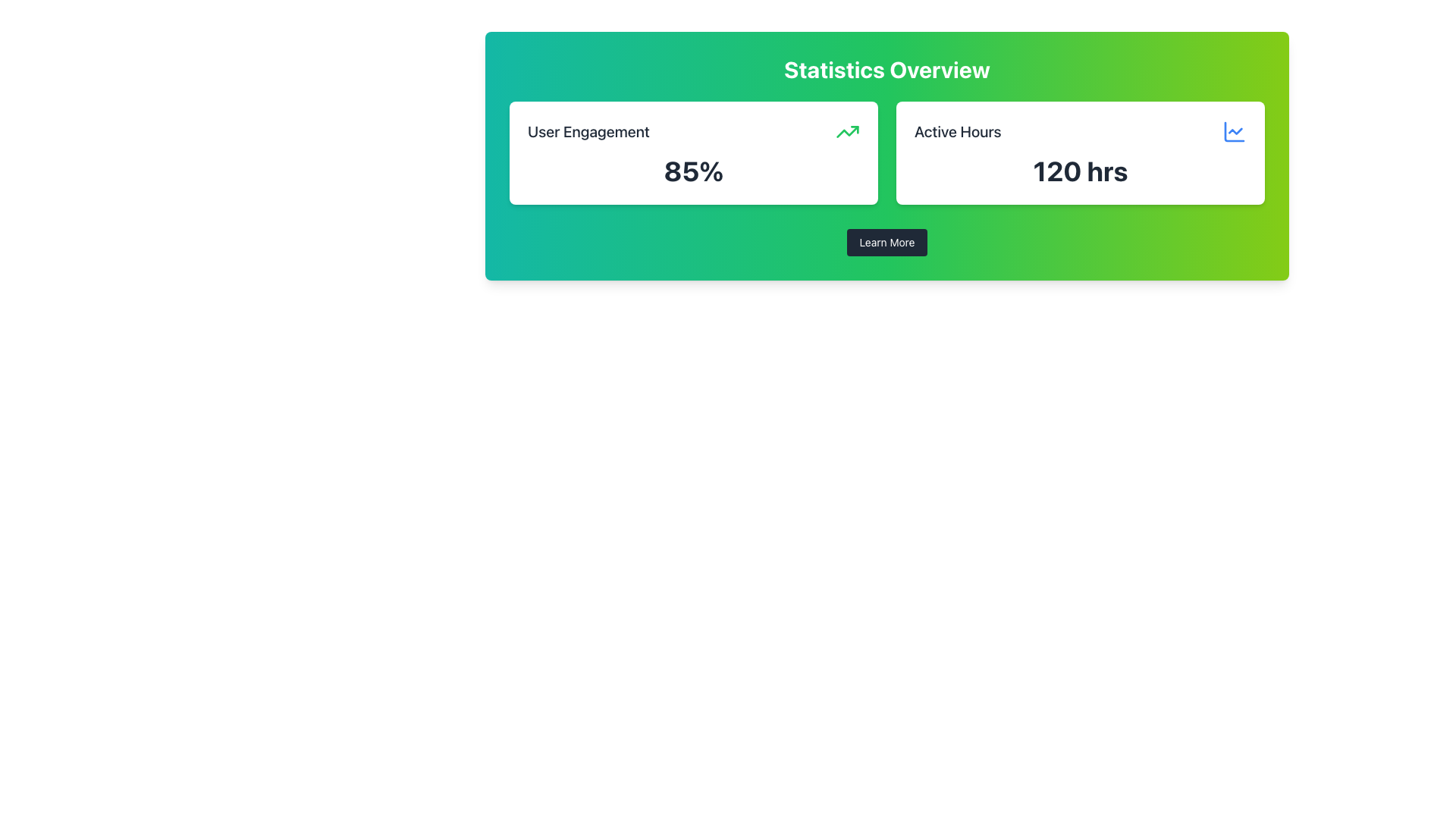  Describe the element at coordinates (887, 242) in the screenshot. I see `the call-to-action button located at the bottom center of the rounded card, which is below the 'User Engagement' and 'Active Hours' statistics` at that location.